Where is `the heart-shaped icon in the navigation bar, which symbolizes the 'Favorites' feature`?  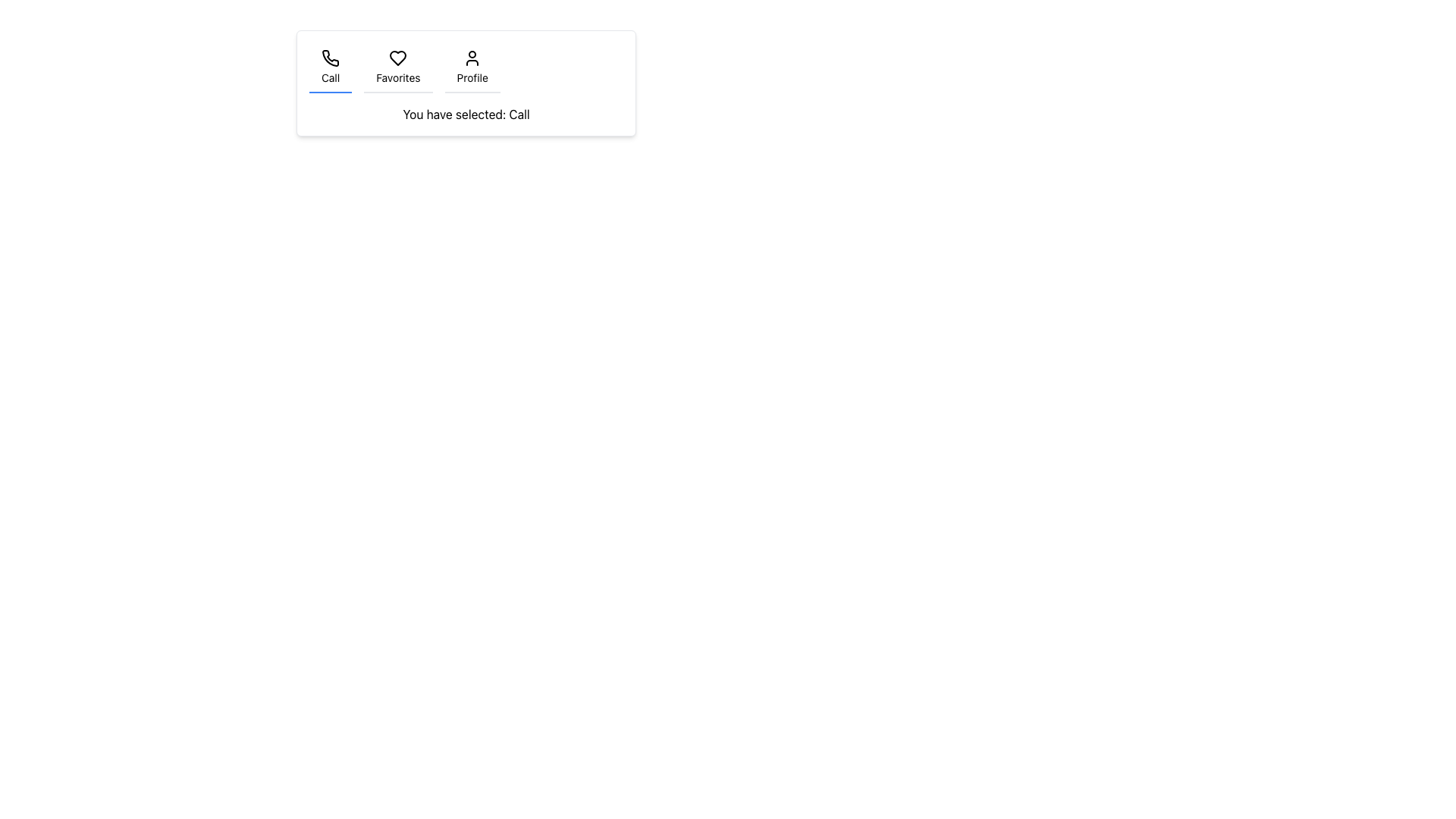 the heart-shaped icon in the navigation bar, which symbolizes the 'Favorites' feature is located at coordinates (398, 58).